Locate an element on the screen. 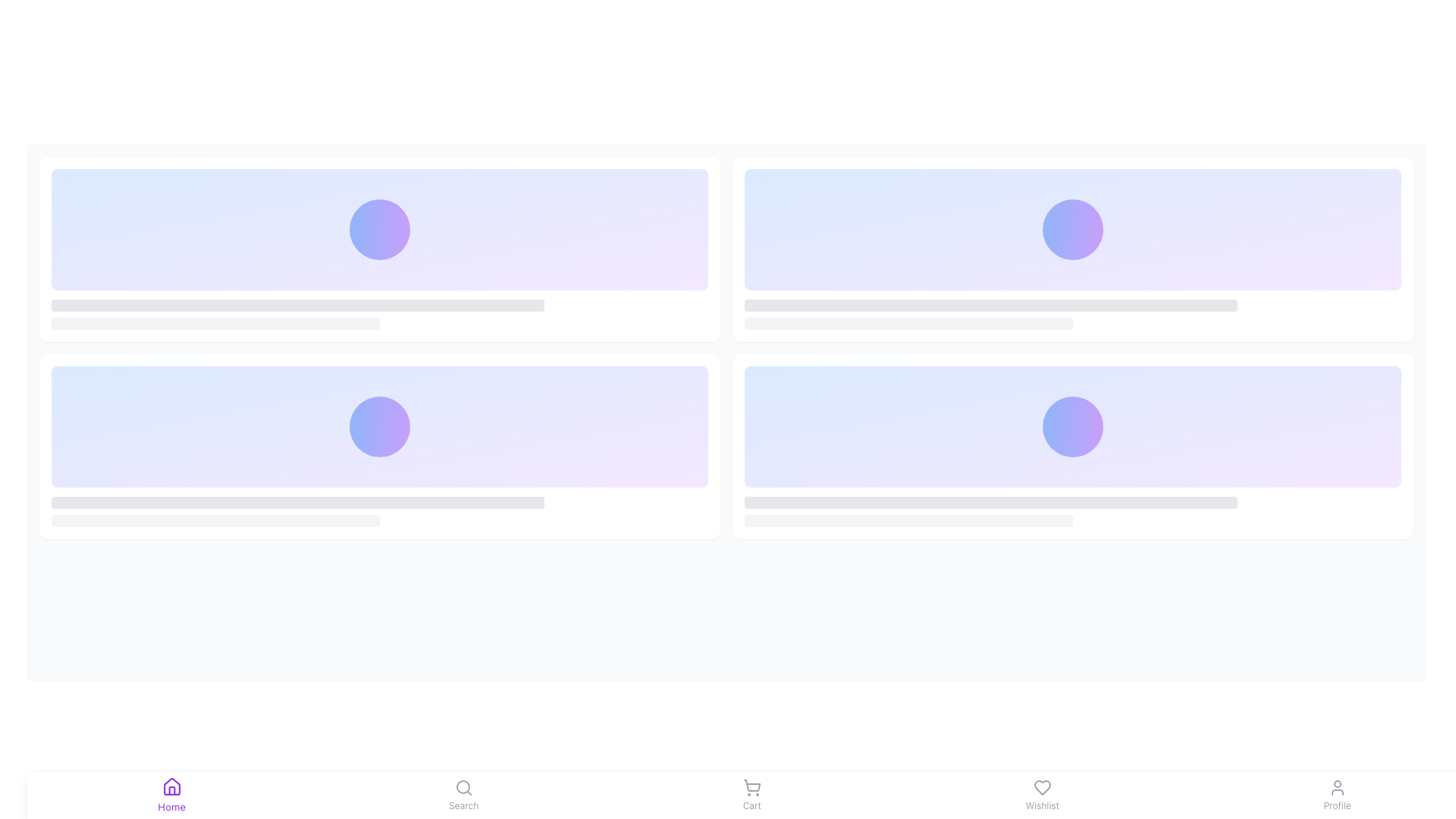 The image size is (1456, 819). the decorative section that serves as a placeholder within the second card of a vertically stacked list, which is aligned in the center horizontally and occupies most of the card's space is located at coordinates (379, 427).